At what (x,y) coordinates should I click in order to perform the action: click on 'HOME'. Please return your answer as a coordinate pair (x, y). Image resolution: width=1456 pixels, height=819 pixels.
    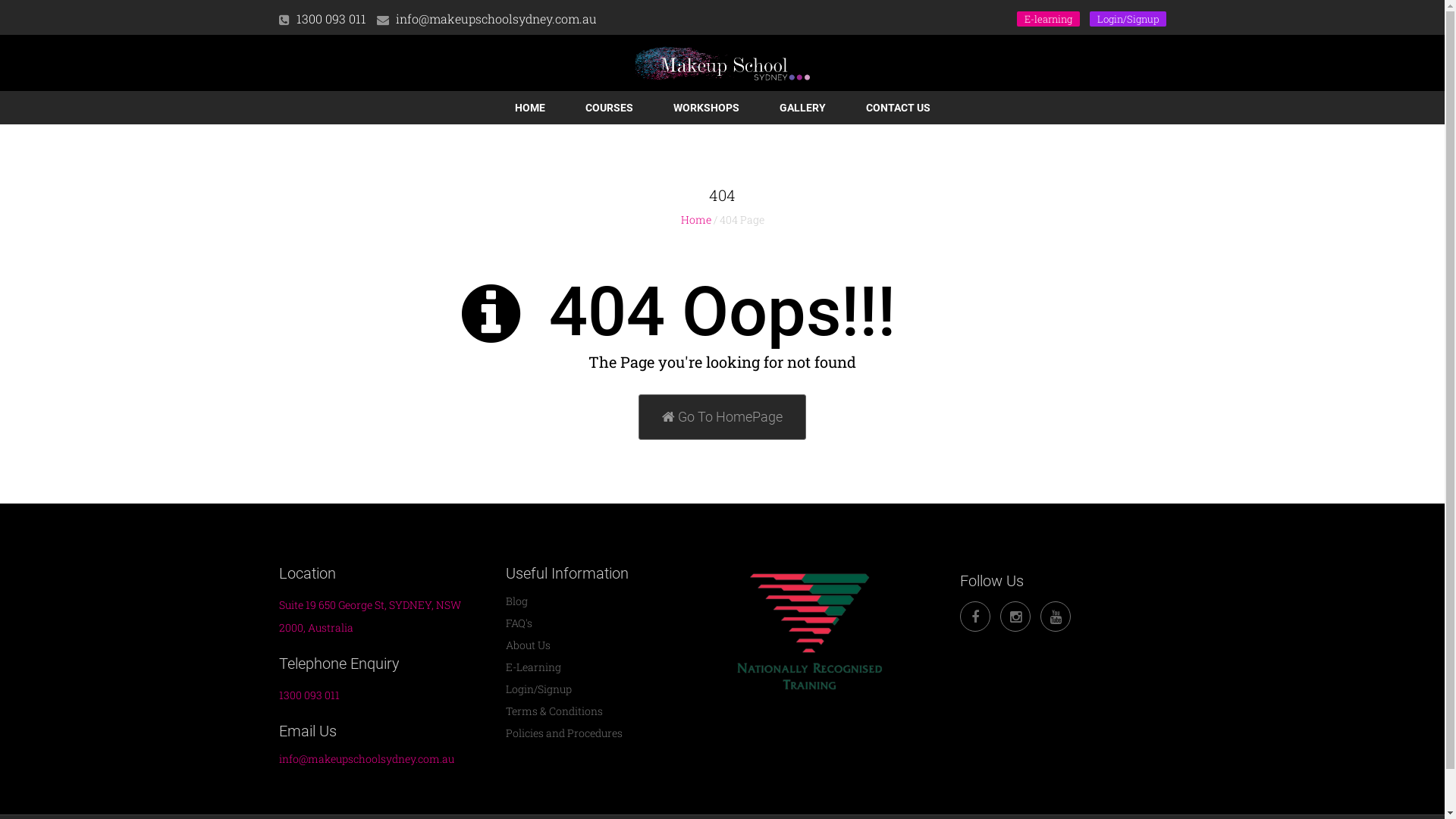
    Looking at the image, I should click on (529, 107).